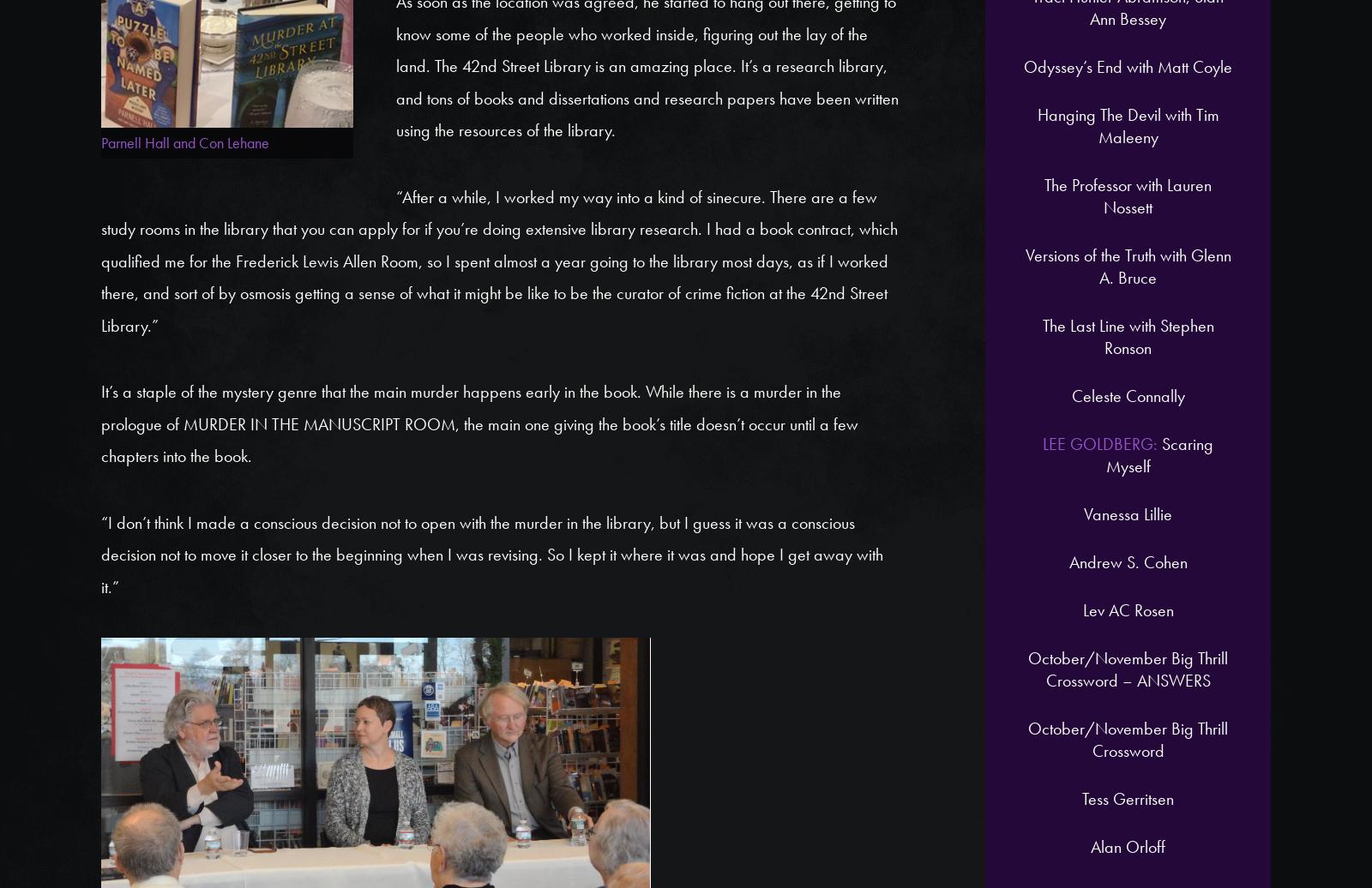 This screenshot has height=888, width=1372. Describe the element at coordinates (1011, 275) in the screenshot. I see `'Submit Your Book'` at that location.